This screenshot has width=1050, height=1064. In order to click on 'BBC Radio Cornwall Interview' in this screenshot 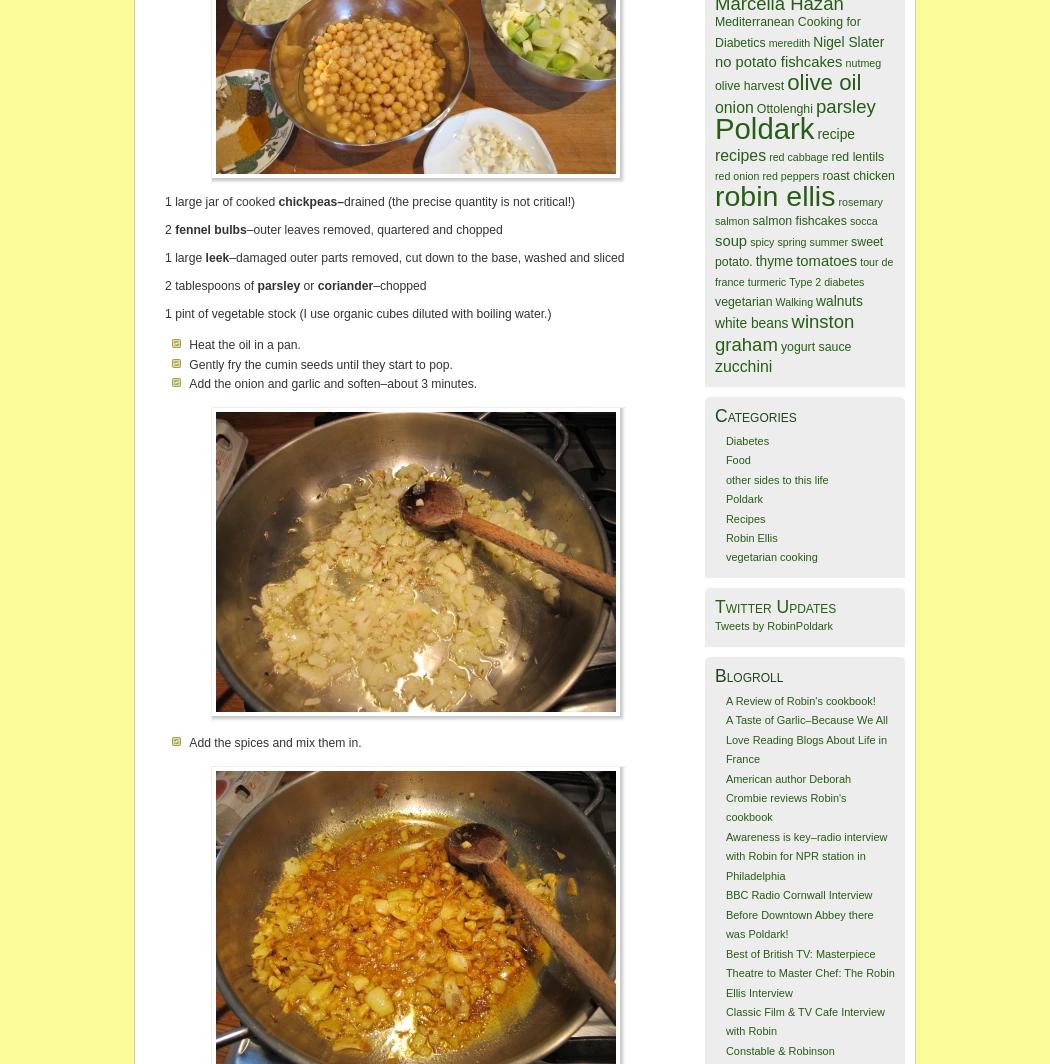, I will do `click(797, 895)`.